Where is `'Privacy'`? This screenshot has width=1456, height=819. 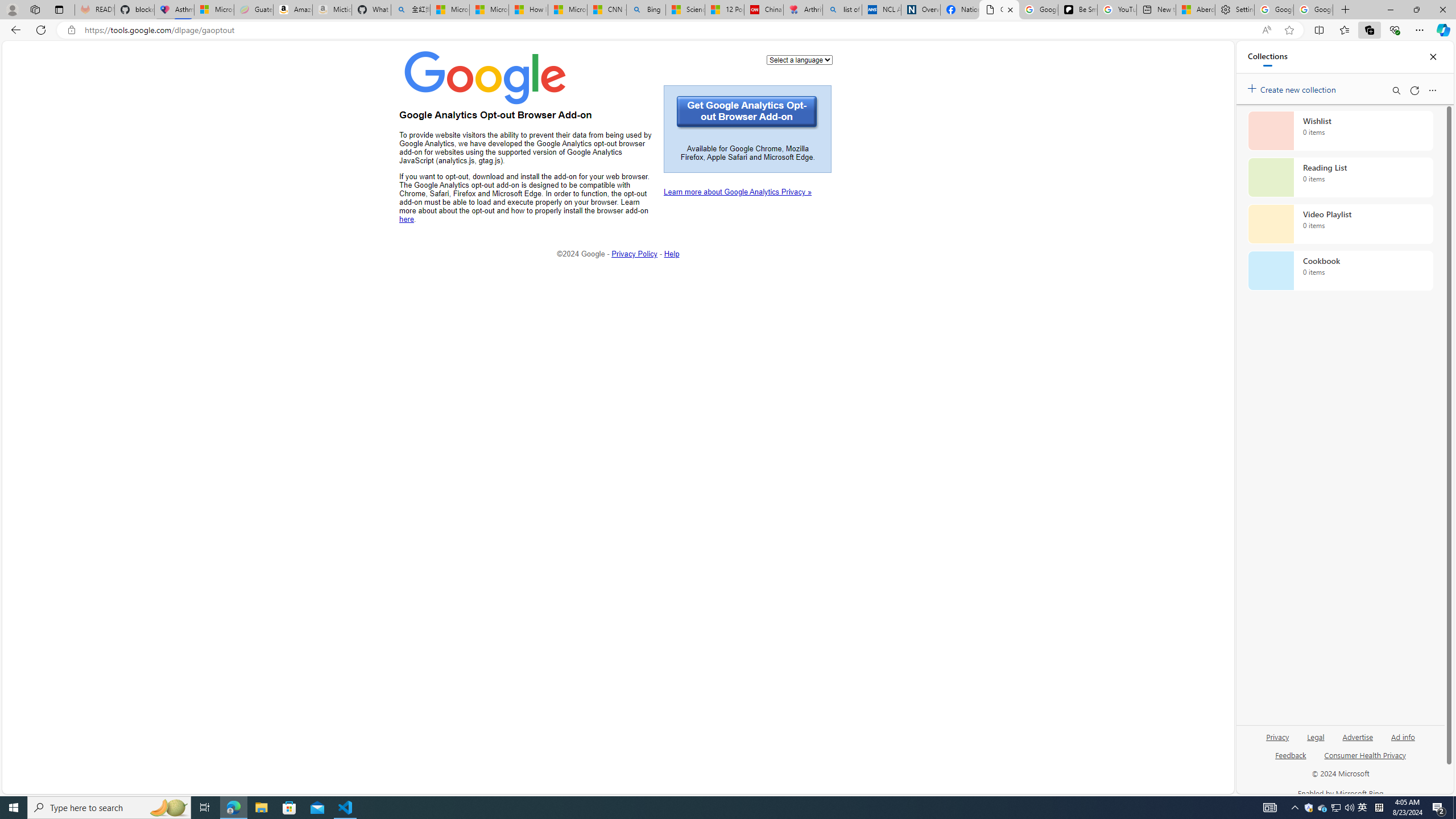
'Privacy' is located at coordinates (1277, 741).